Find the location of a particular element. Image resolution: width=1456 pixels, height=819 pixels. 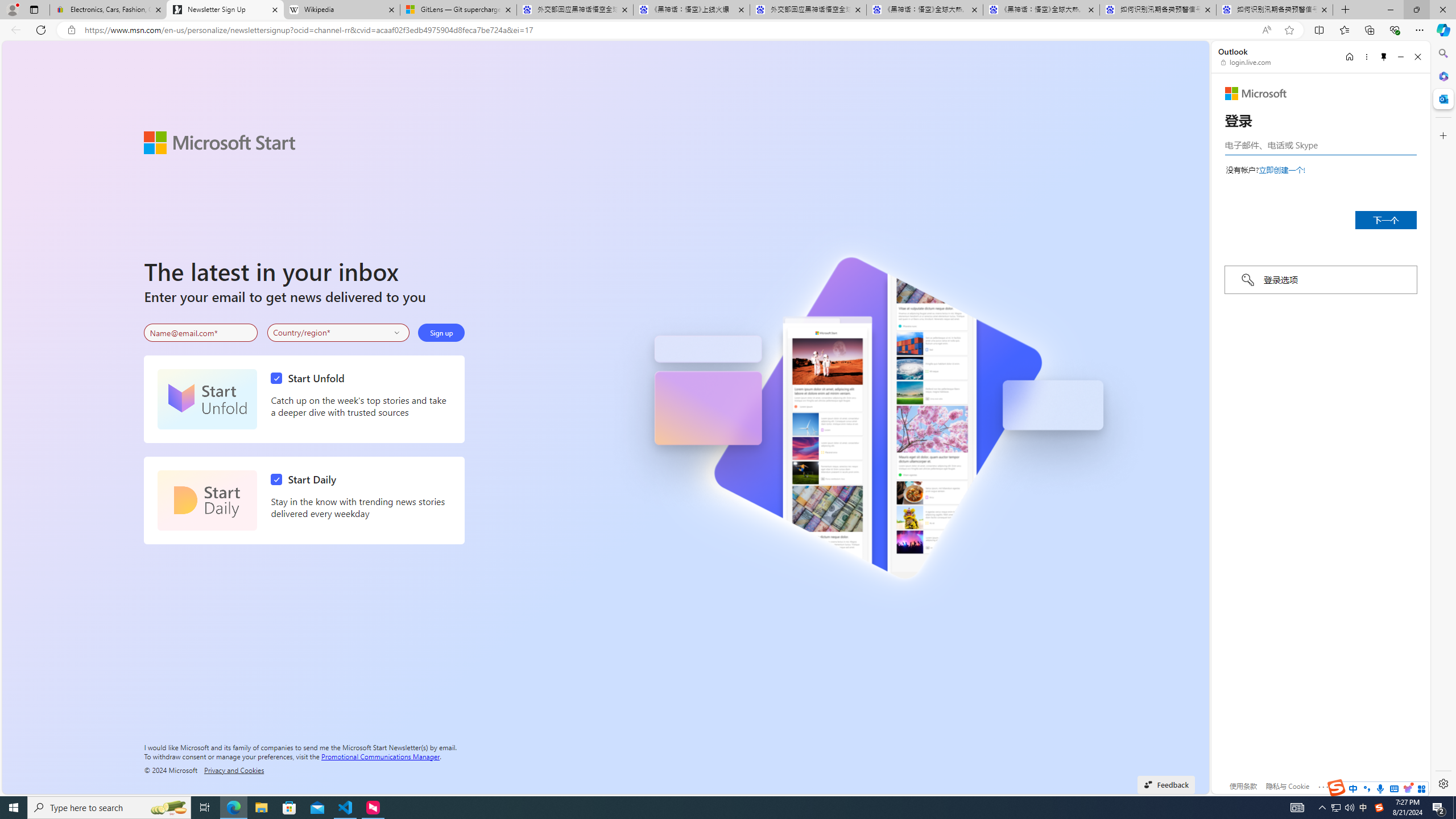

'Promotional Communications Manager' is located at coordinates (380, 755).